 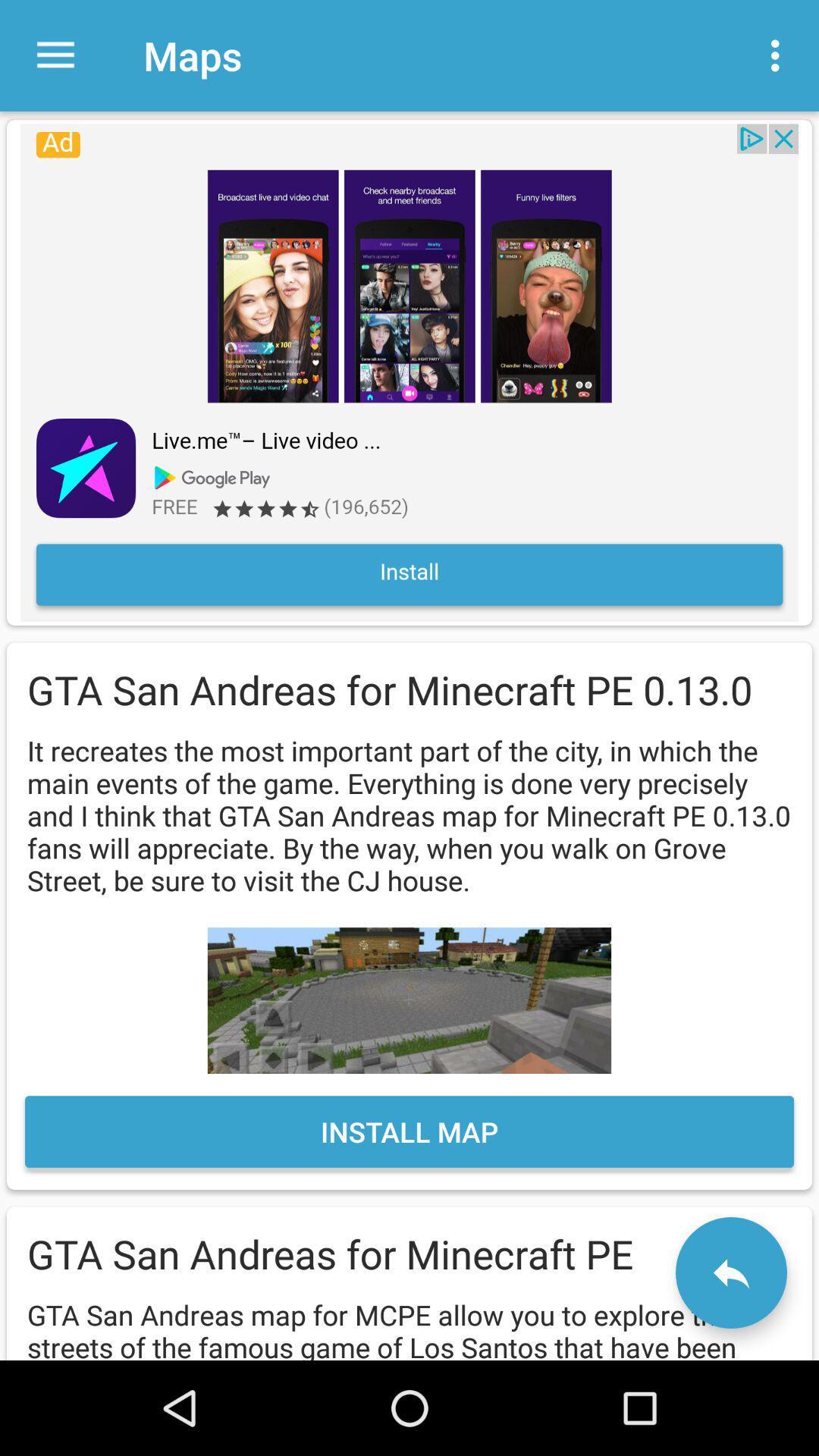 I want to click on advertisement, so click(x=409, y=372).